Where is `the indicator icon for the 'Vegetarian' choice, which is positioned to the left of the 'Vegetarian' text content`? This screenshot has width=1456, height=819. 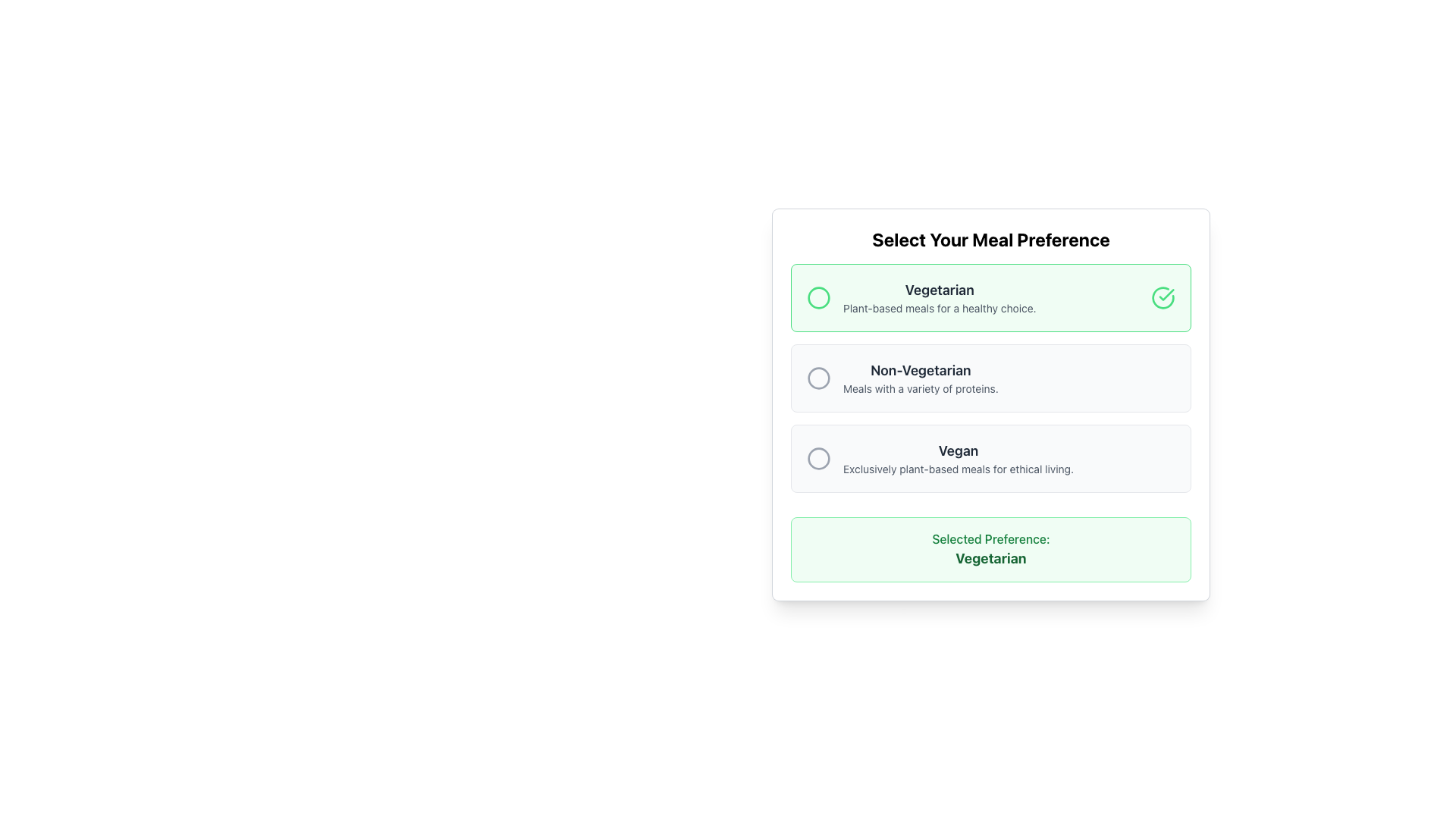 the indicator icon for the 'Vegetarian' choice, which is positioned to the left of the 'Vegetarian' text content is located at coordinates (818, 298).